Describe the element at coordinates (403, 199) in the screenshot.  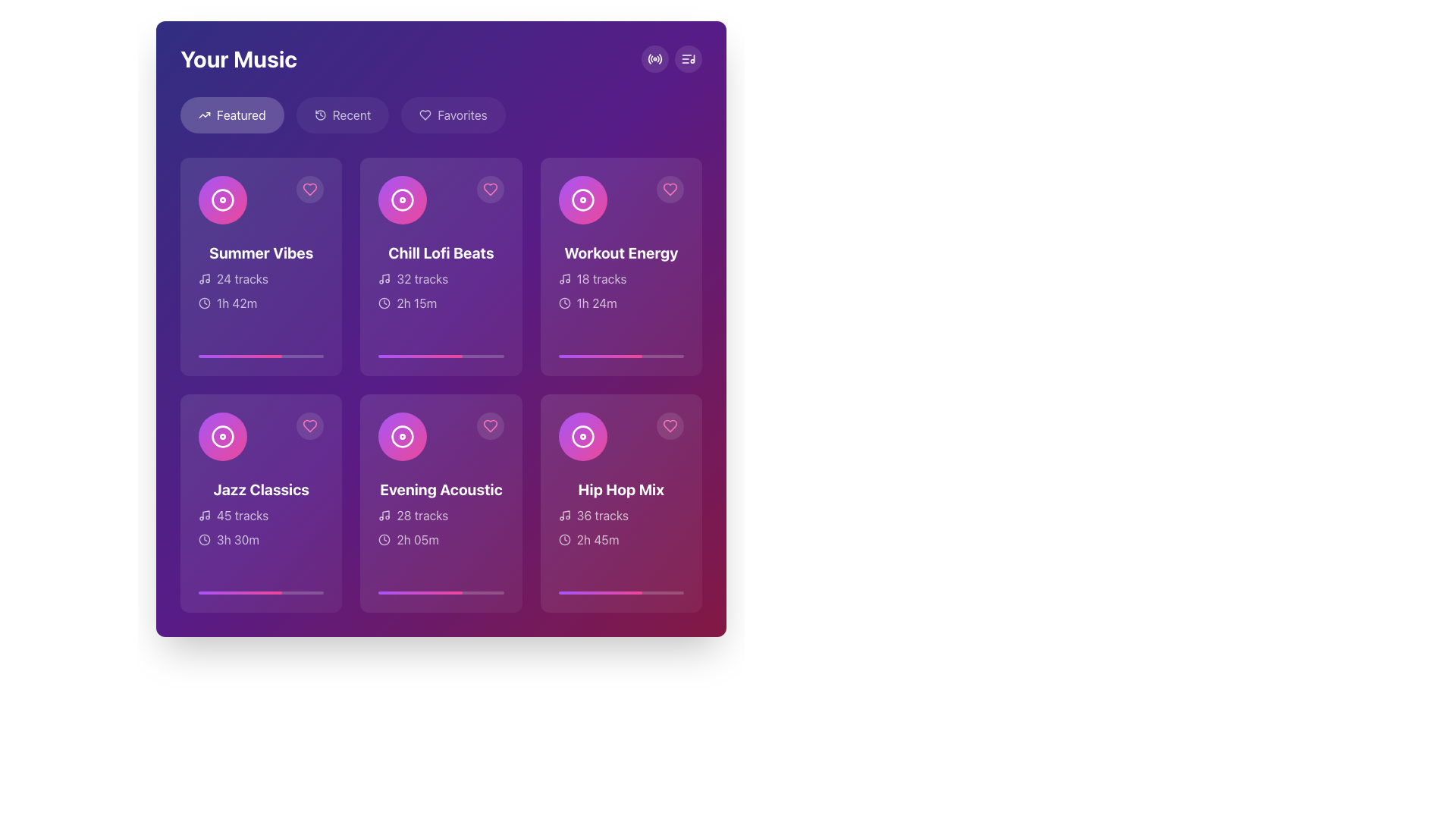
I see `the circular graphic icon with two concentric circles in white, located in the top-middle card titled 'Chill Lofi Beats'` at that location.